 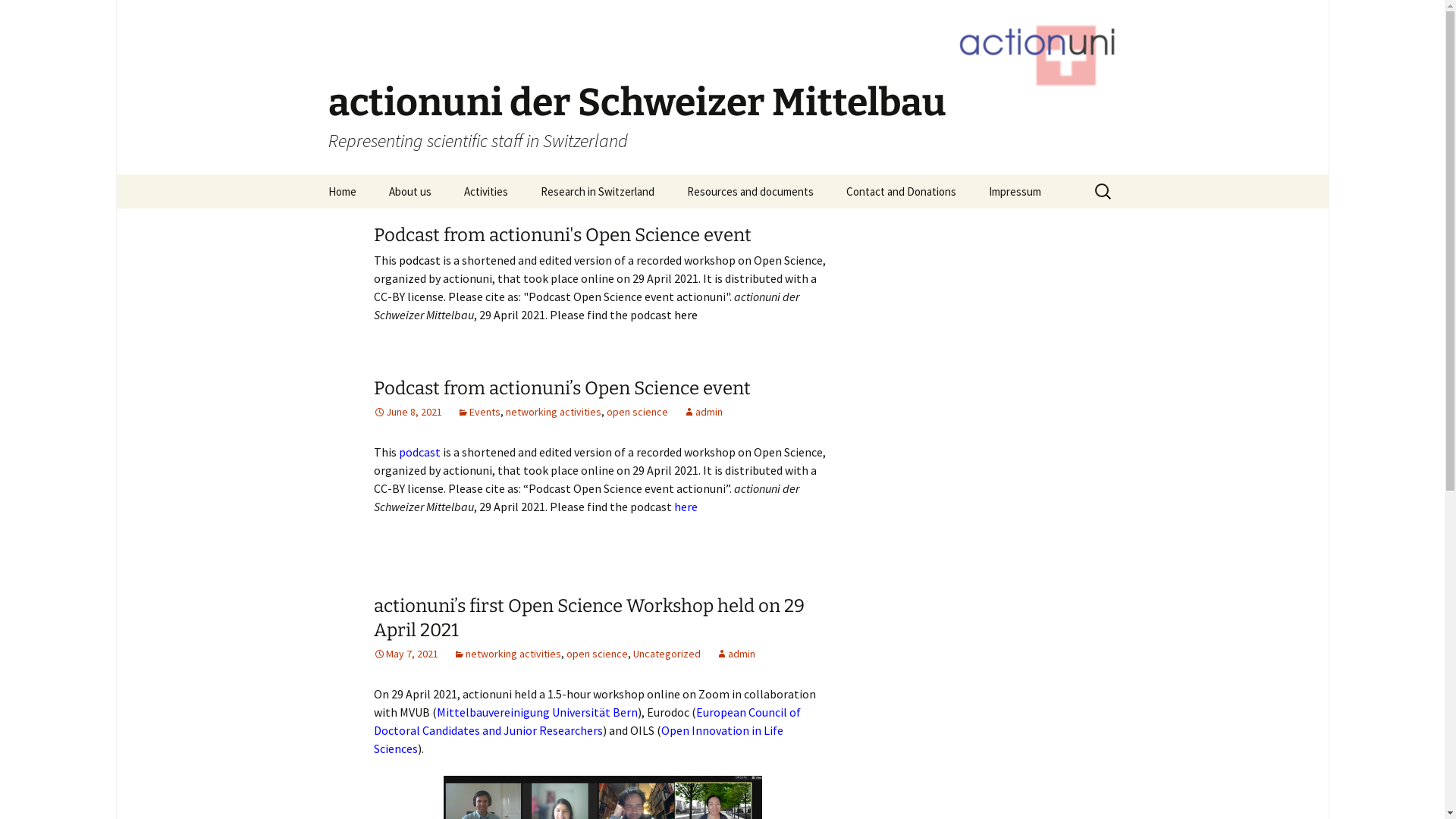 What do you see at coordinates (524, 225) in the screenshot?
I see `'PhD / Doctorate'` at bounding box center [524, 225].